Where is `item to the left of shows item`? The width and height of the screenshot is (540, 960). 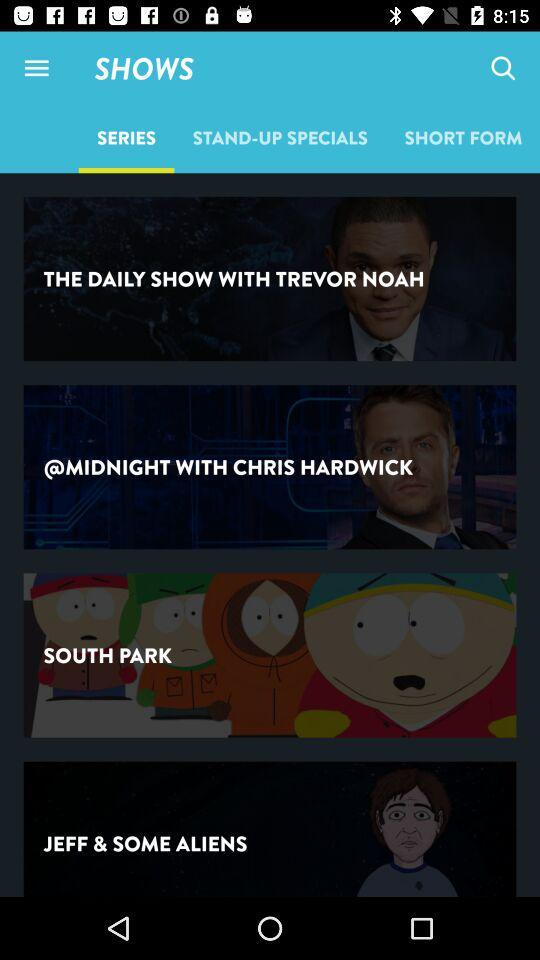 item to the left of shows item is located at coordinates (36, 68).